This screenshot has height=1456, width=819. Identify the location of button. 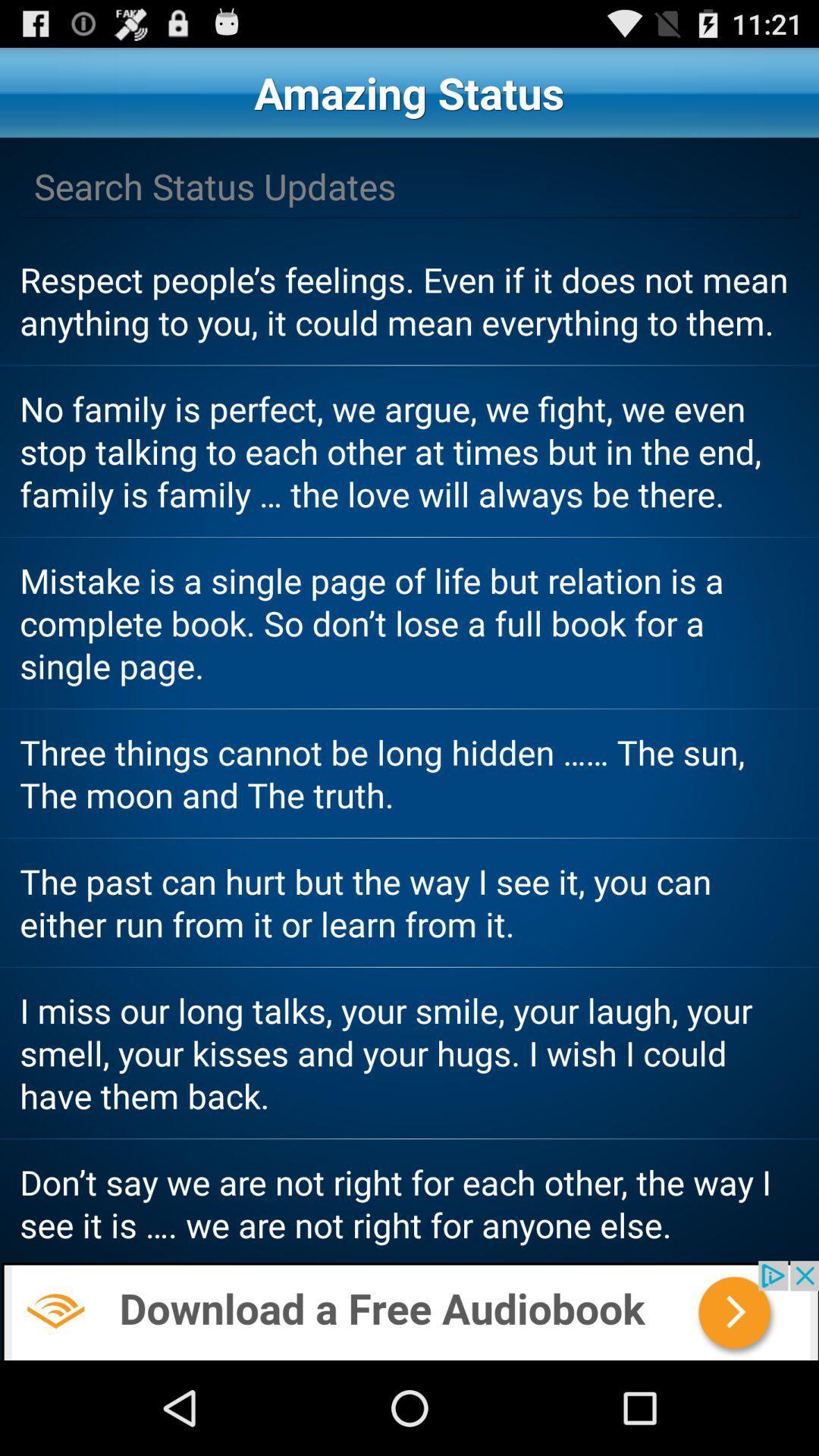
(409, 186).